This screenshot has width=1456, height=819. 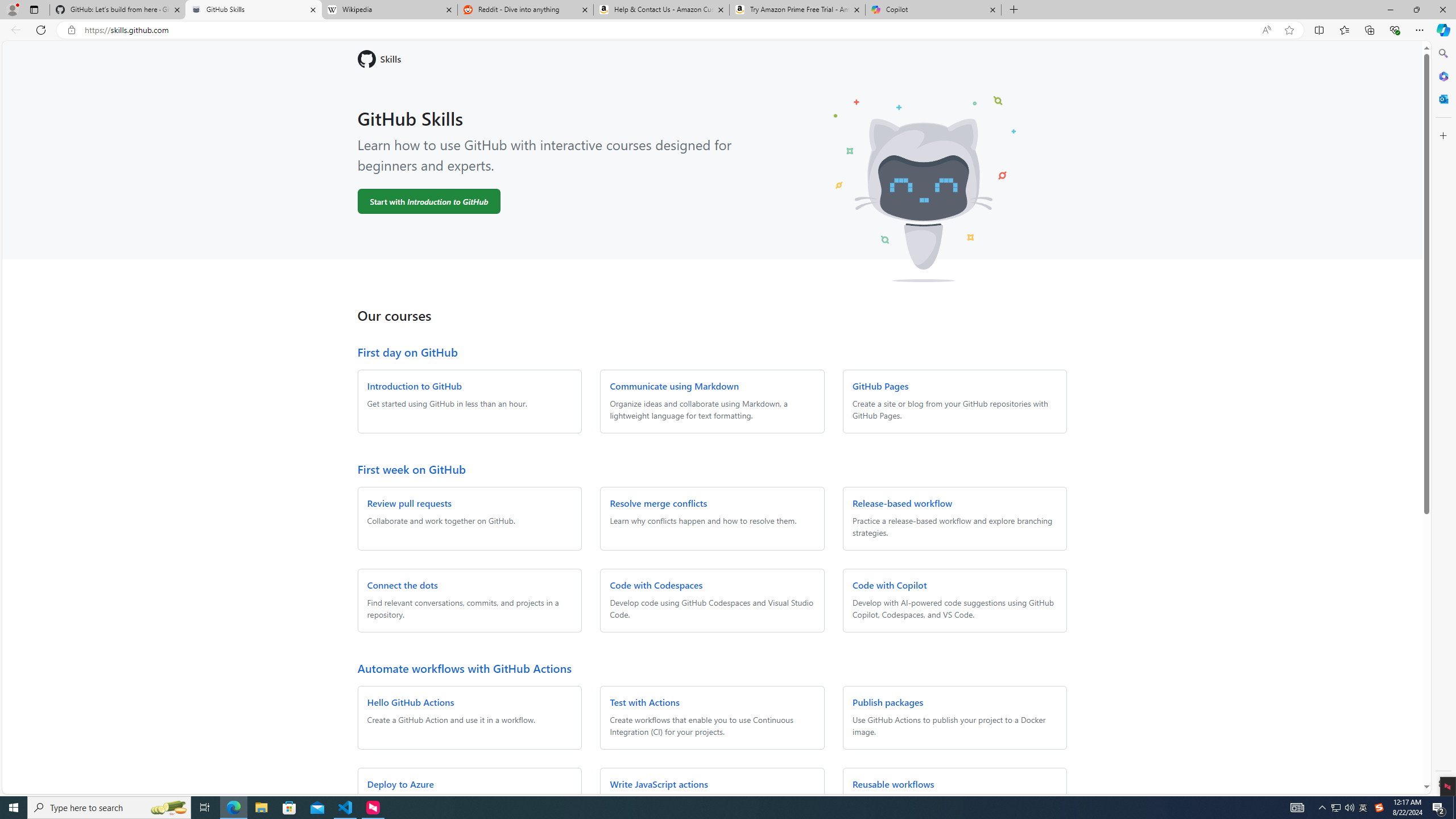 I want to click on 'Resolve merge conflicts', so click(x=658, y=503).